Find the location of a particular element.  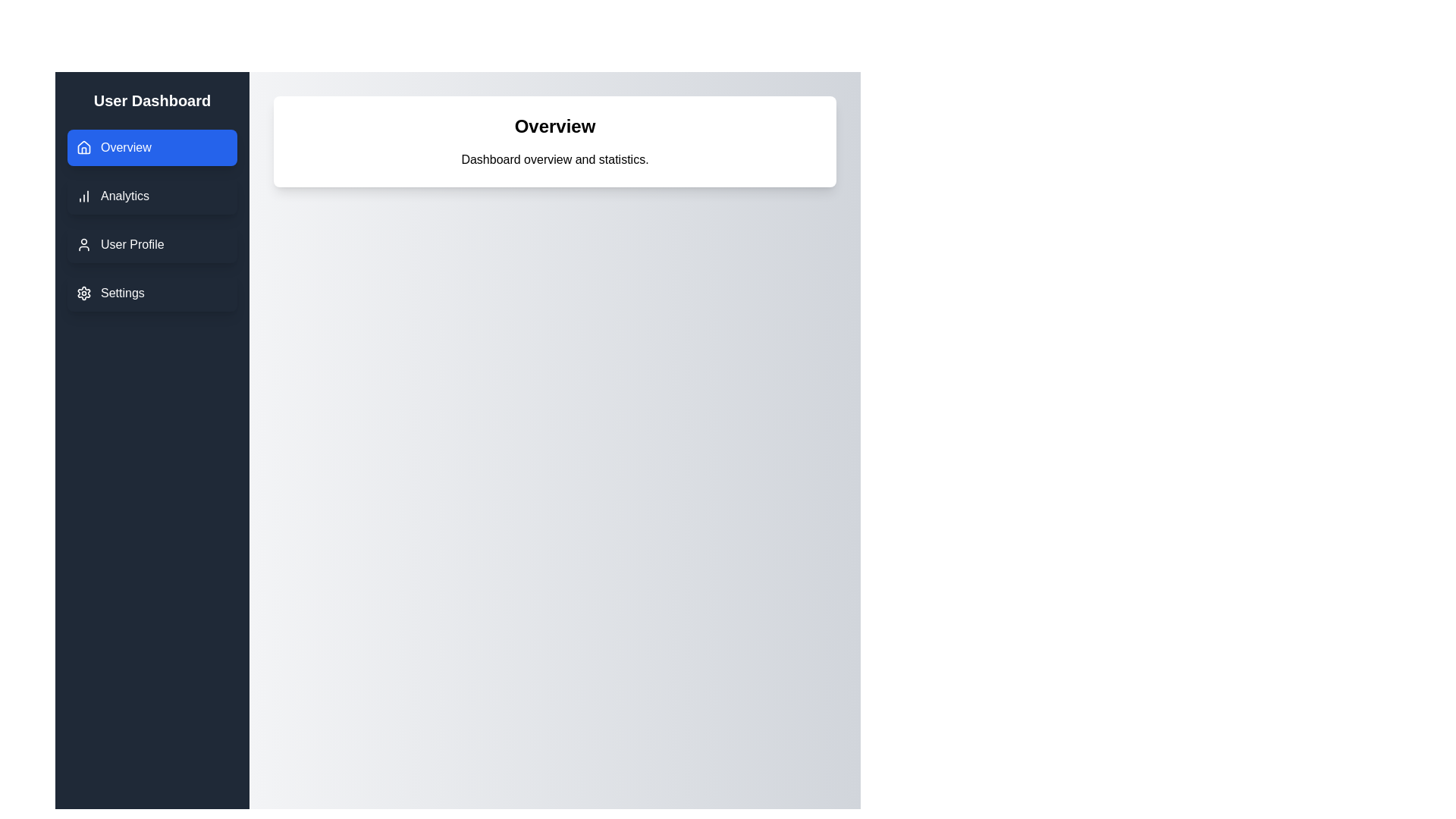

the section Overview from the navigation menu is located at coordinates (152, 148).